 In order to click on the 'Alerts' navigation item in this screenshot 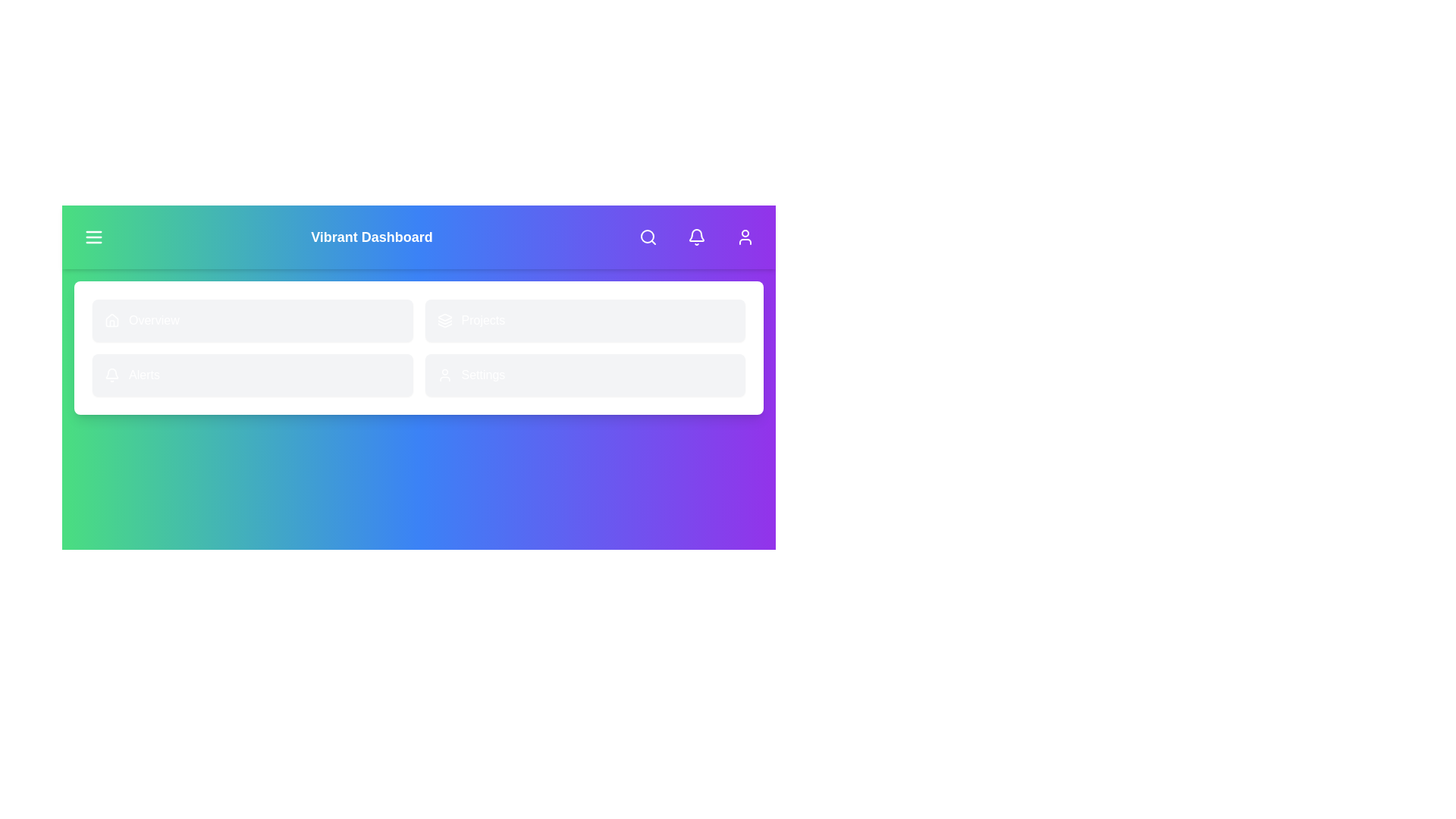, I will do `click(253, 375)`.